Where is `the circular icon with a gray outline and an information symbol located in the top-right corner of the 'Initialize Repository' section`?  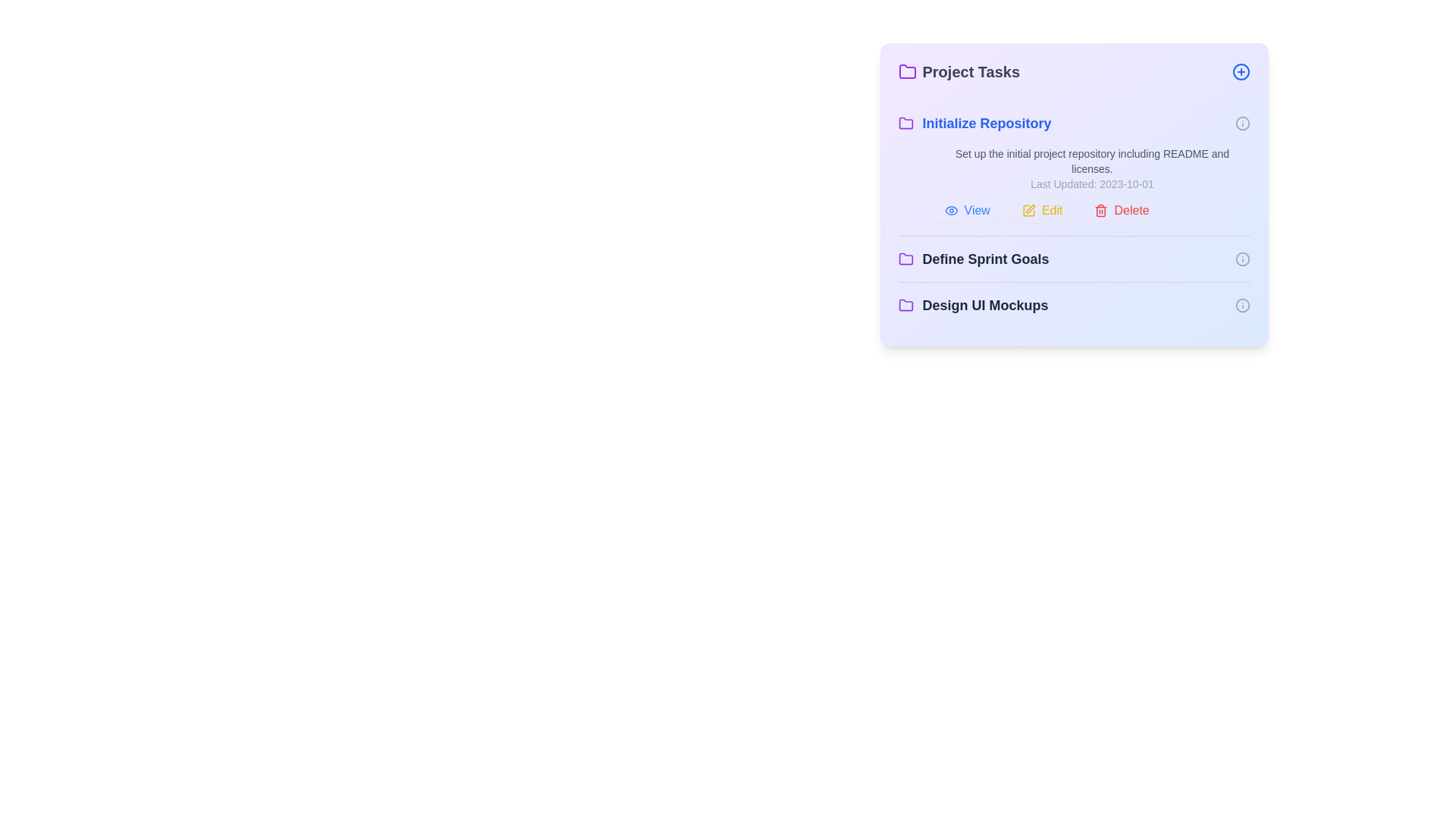 the circular icon with a gray outline and an information symbol located in the top-right corner of the 'Initialize Repository' section is located at coordinates (1242, 122).